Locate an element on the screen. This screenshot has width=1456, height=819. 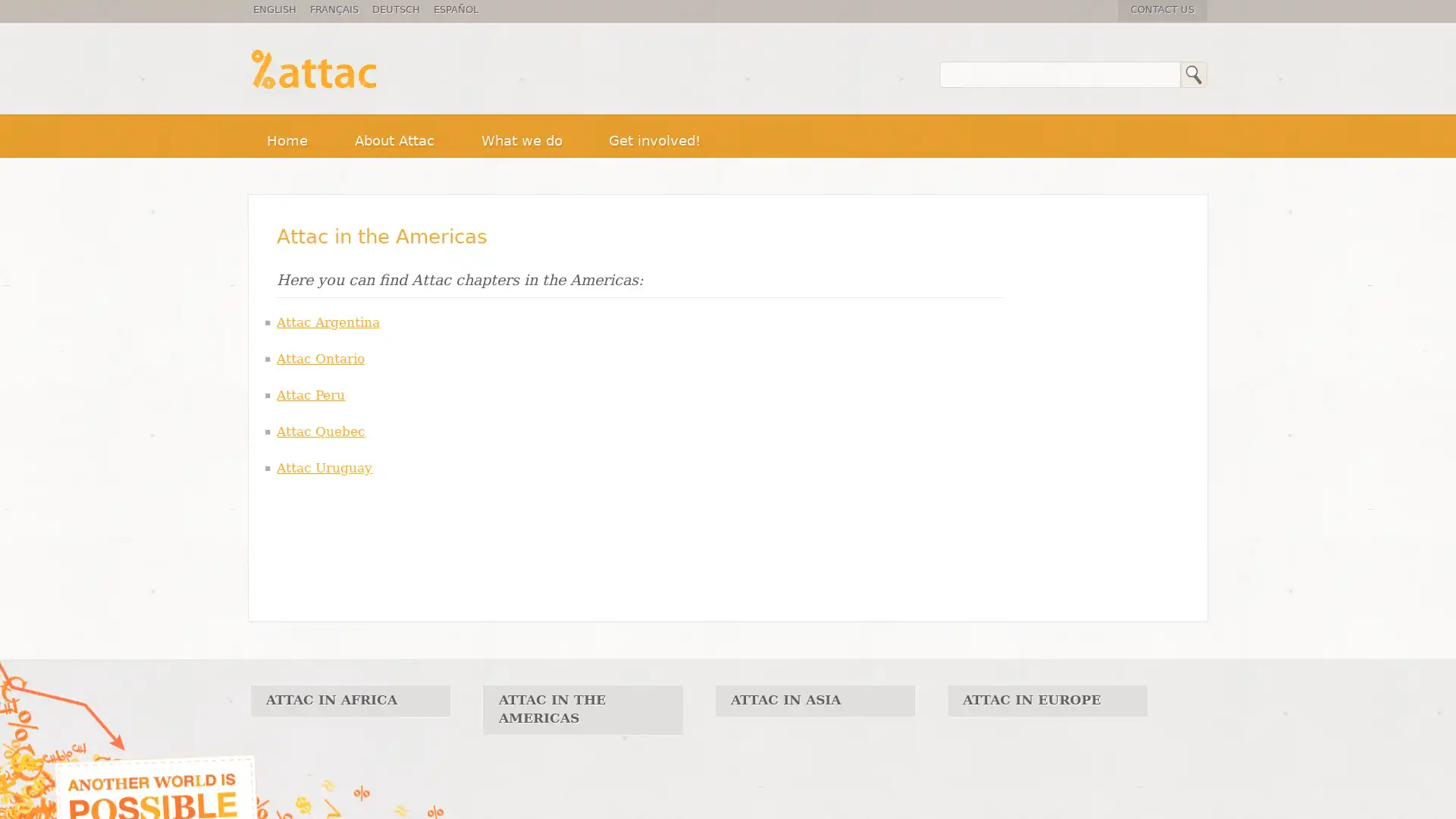
Search is located at coordinates (1193, 74).